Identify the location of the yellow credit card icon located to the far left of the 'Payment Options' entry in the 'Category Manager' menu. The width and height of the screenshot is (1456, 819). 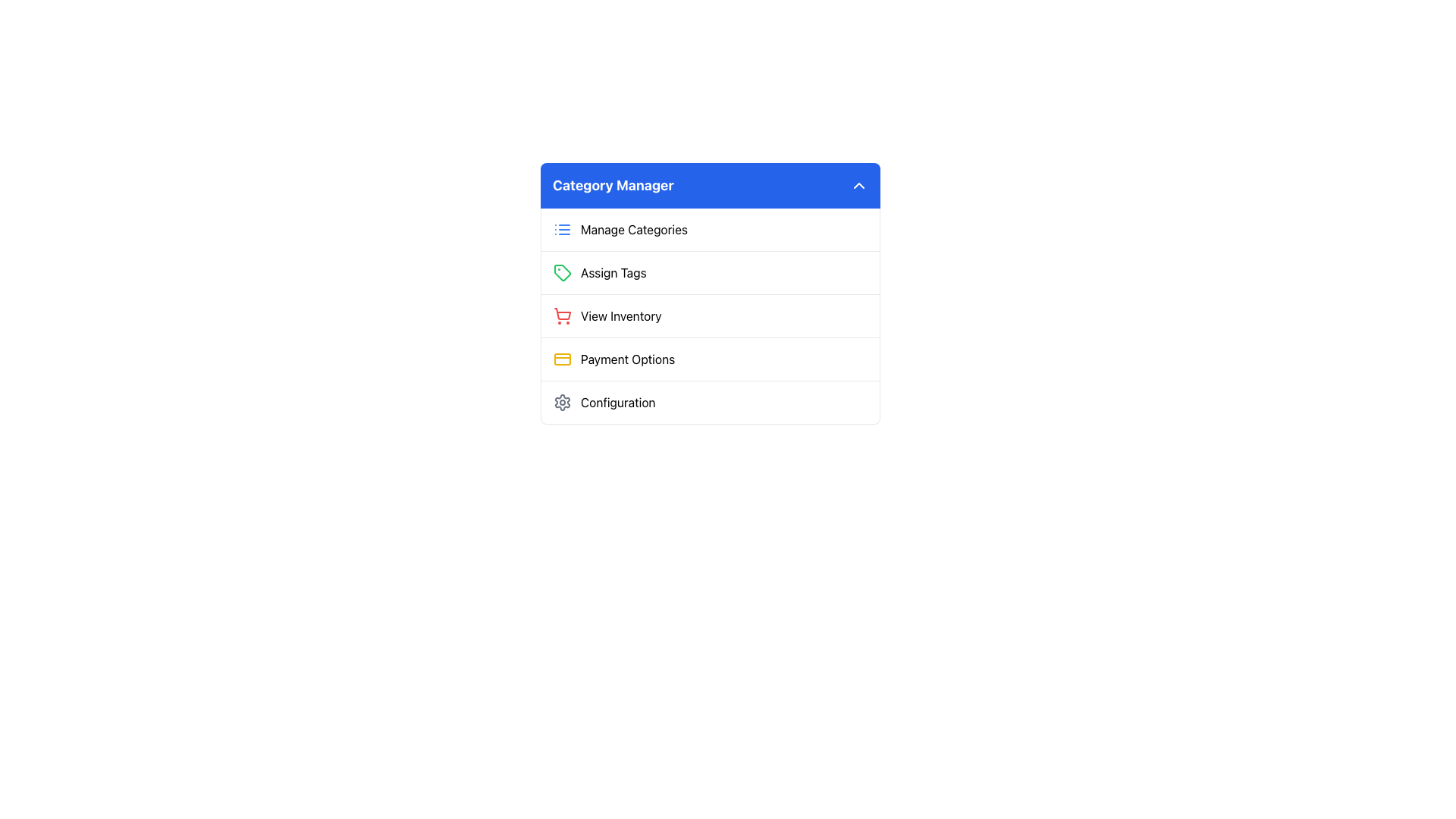
(562, 359).